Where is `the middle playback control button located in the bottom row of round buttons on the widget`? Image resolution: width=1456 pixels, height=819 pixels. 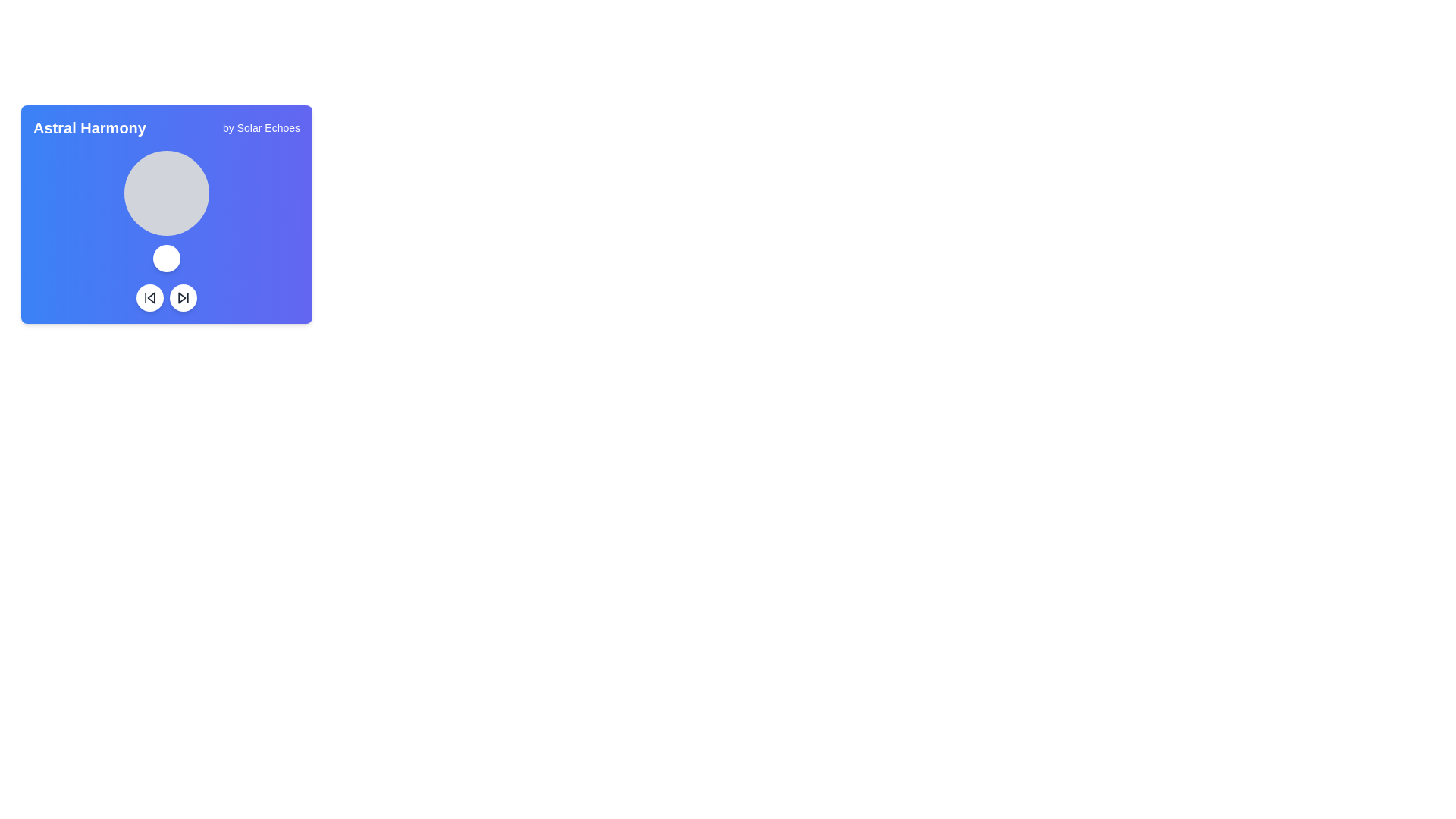
the middle playback control button located in the bottom row of round buttons on the widget is located at coordinates (182, 298).